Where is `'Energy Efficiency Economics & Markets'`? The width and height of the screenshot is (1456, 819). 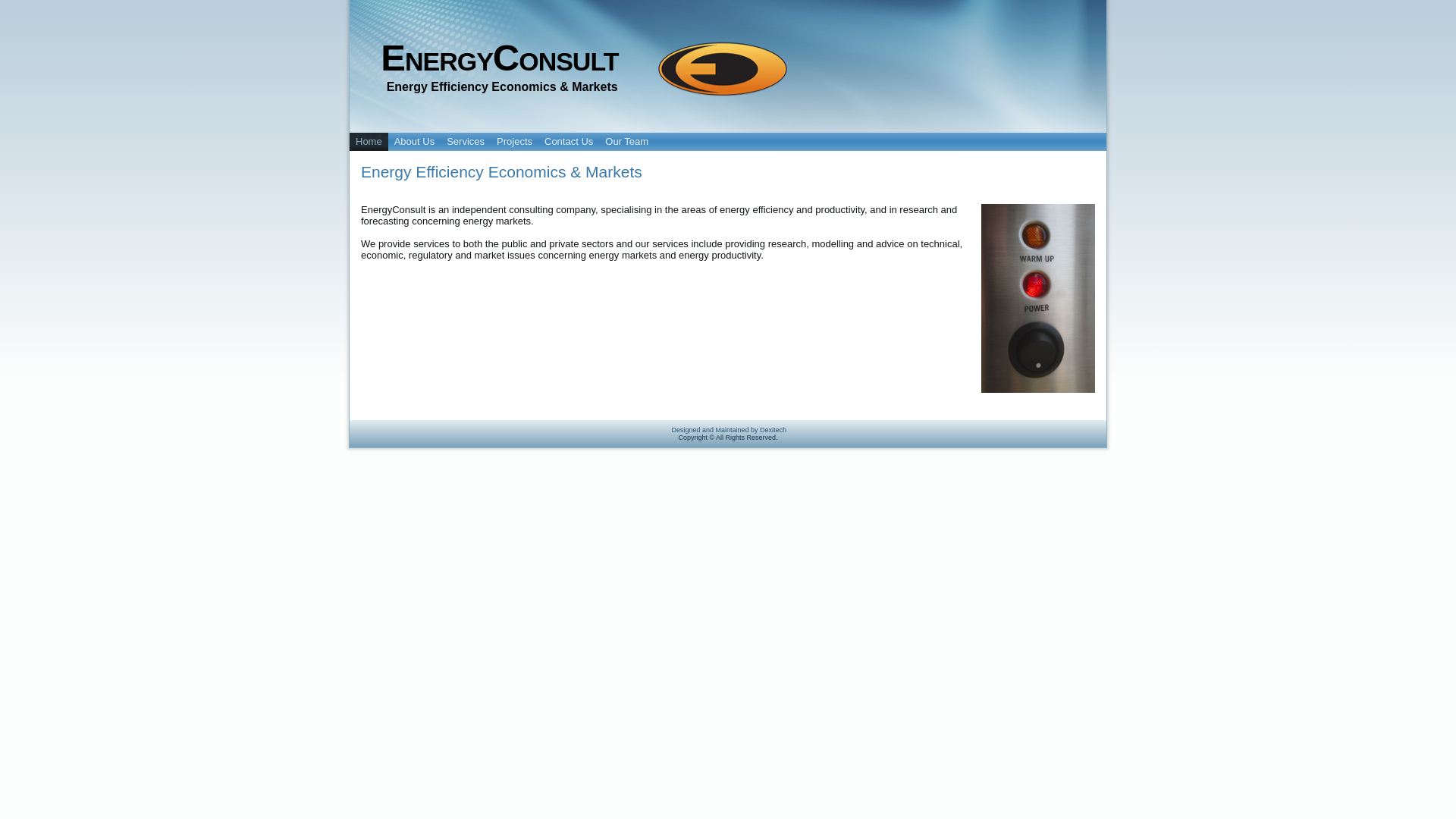
'Energy Efficiency Economics & Markets' is located at coordinates (501, 171).